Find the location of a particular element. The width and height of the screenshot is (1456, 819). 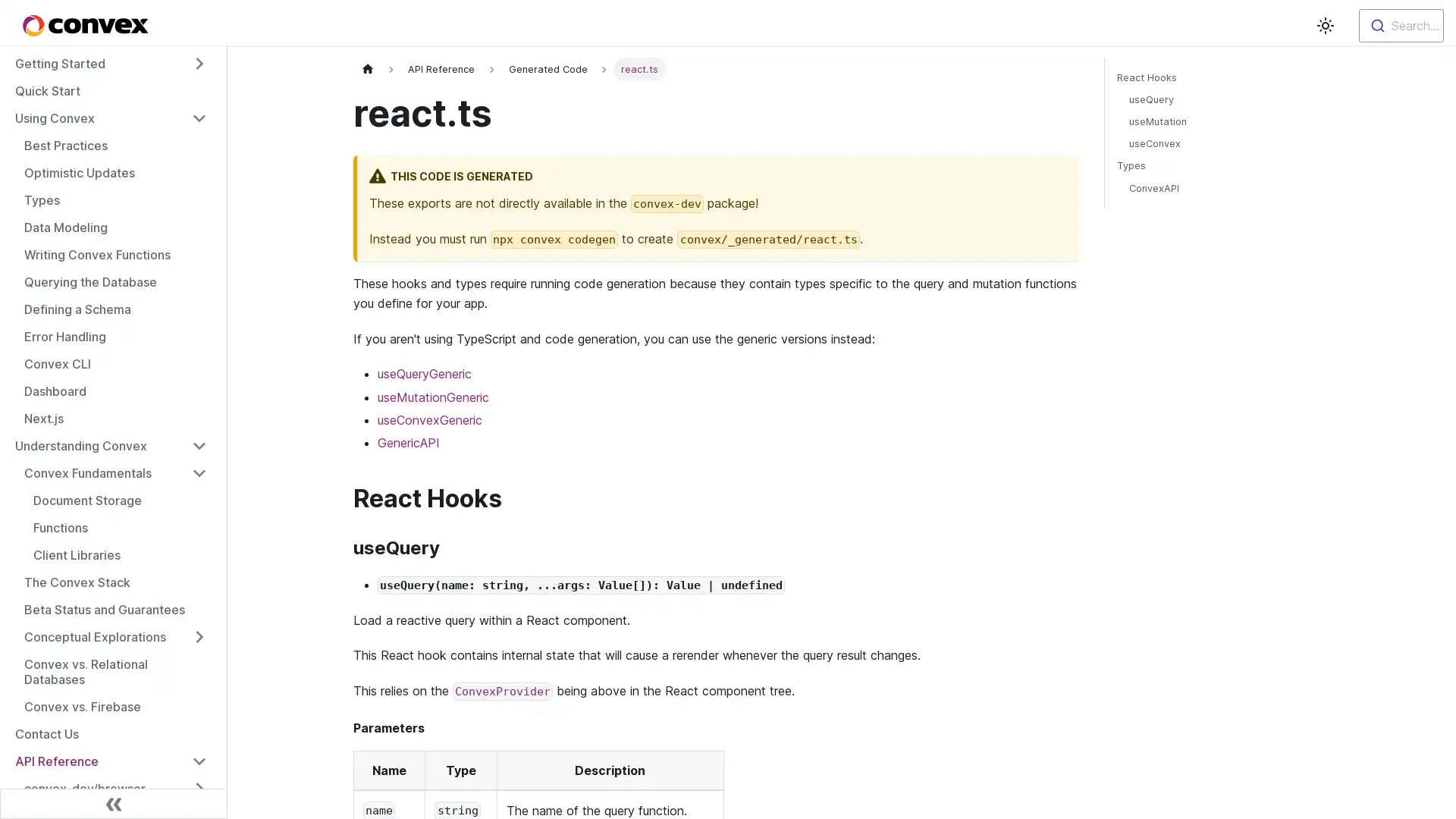

Search... is located at coordinates (1401, 26).